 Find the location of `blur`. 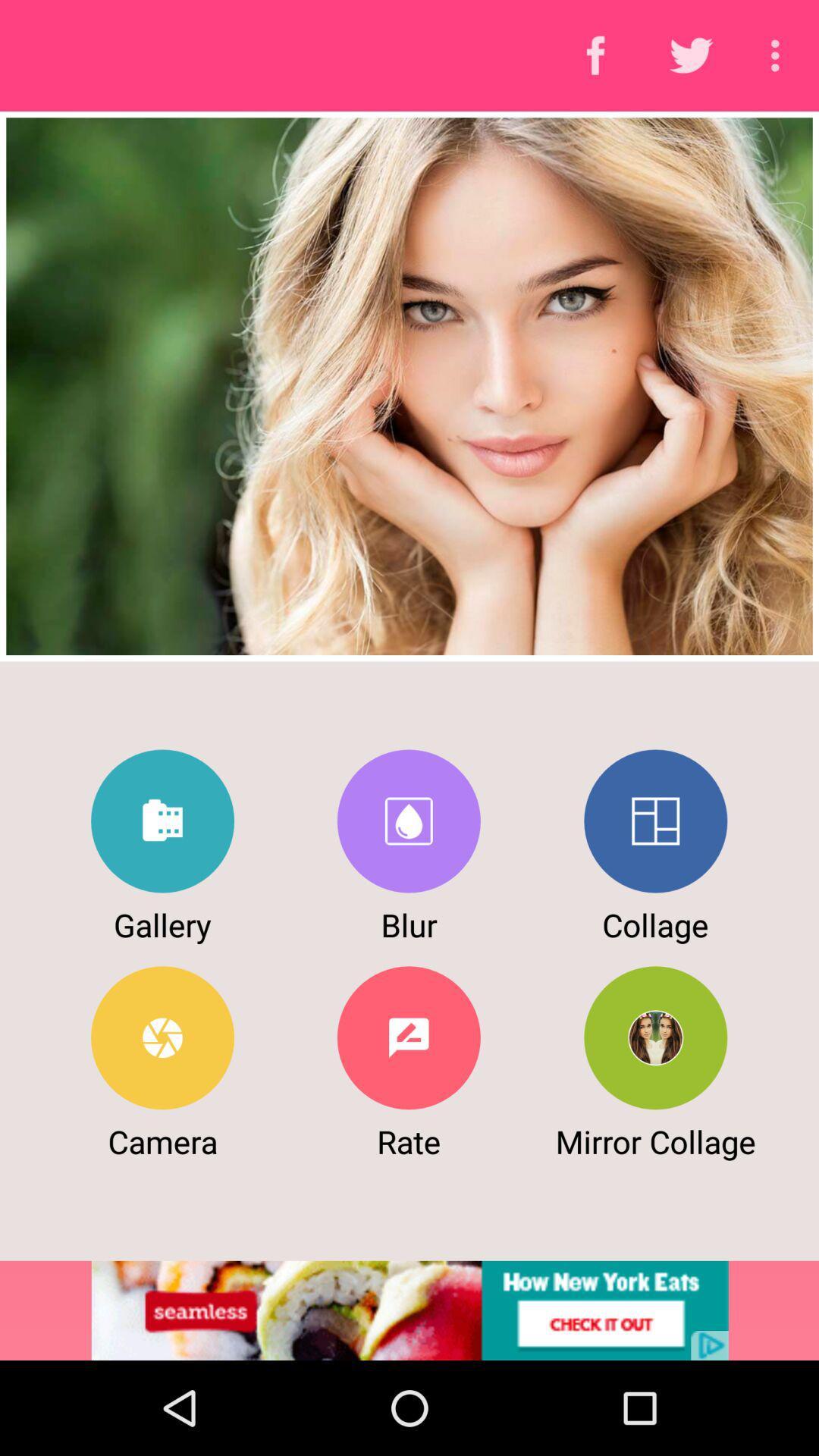

blur is located at coordinates (408, 821).